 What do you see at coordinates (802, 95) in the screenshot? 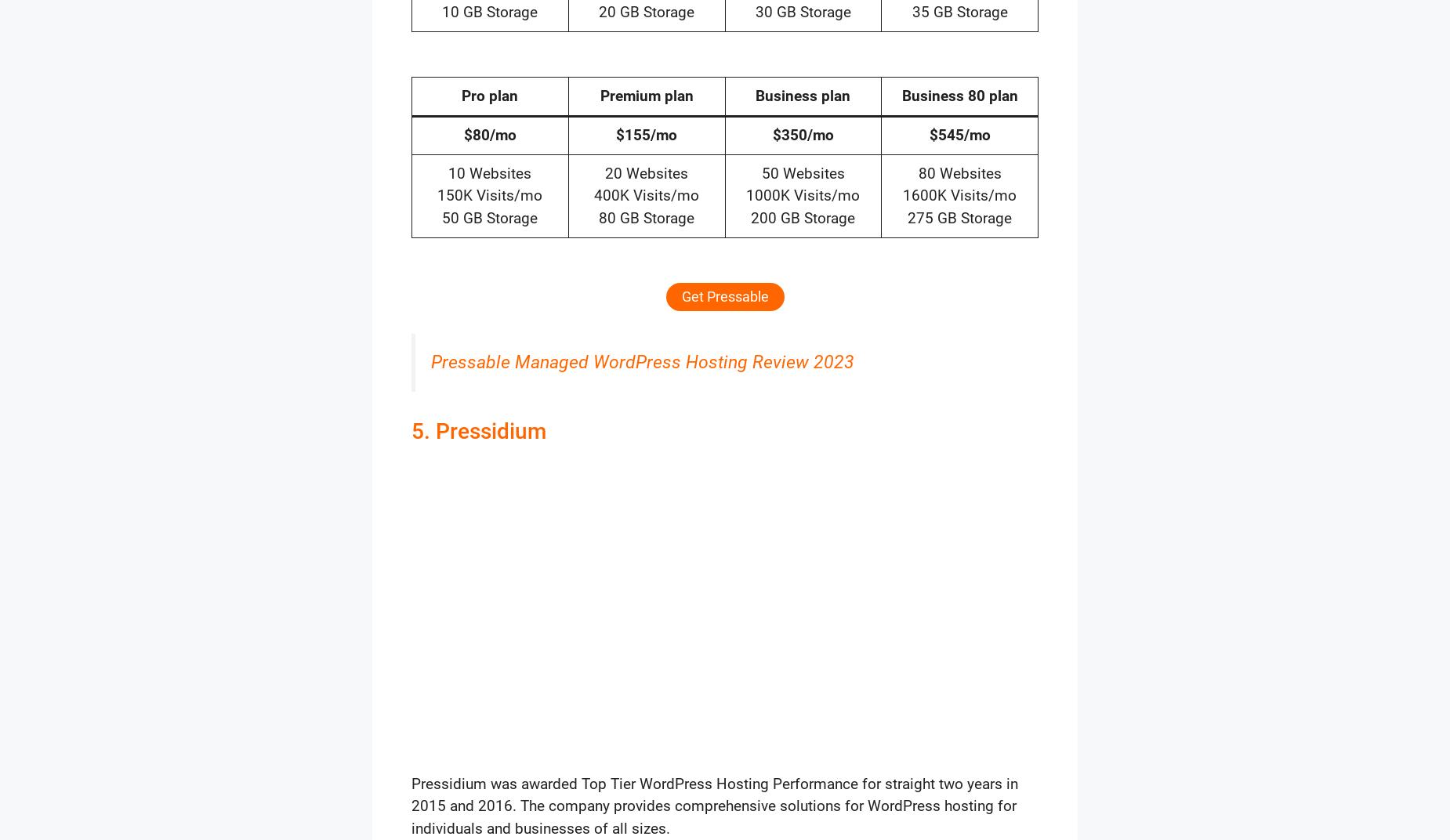
I see `'Business plan'` at bounding box center [802, 95].